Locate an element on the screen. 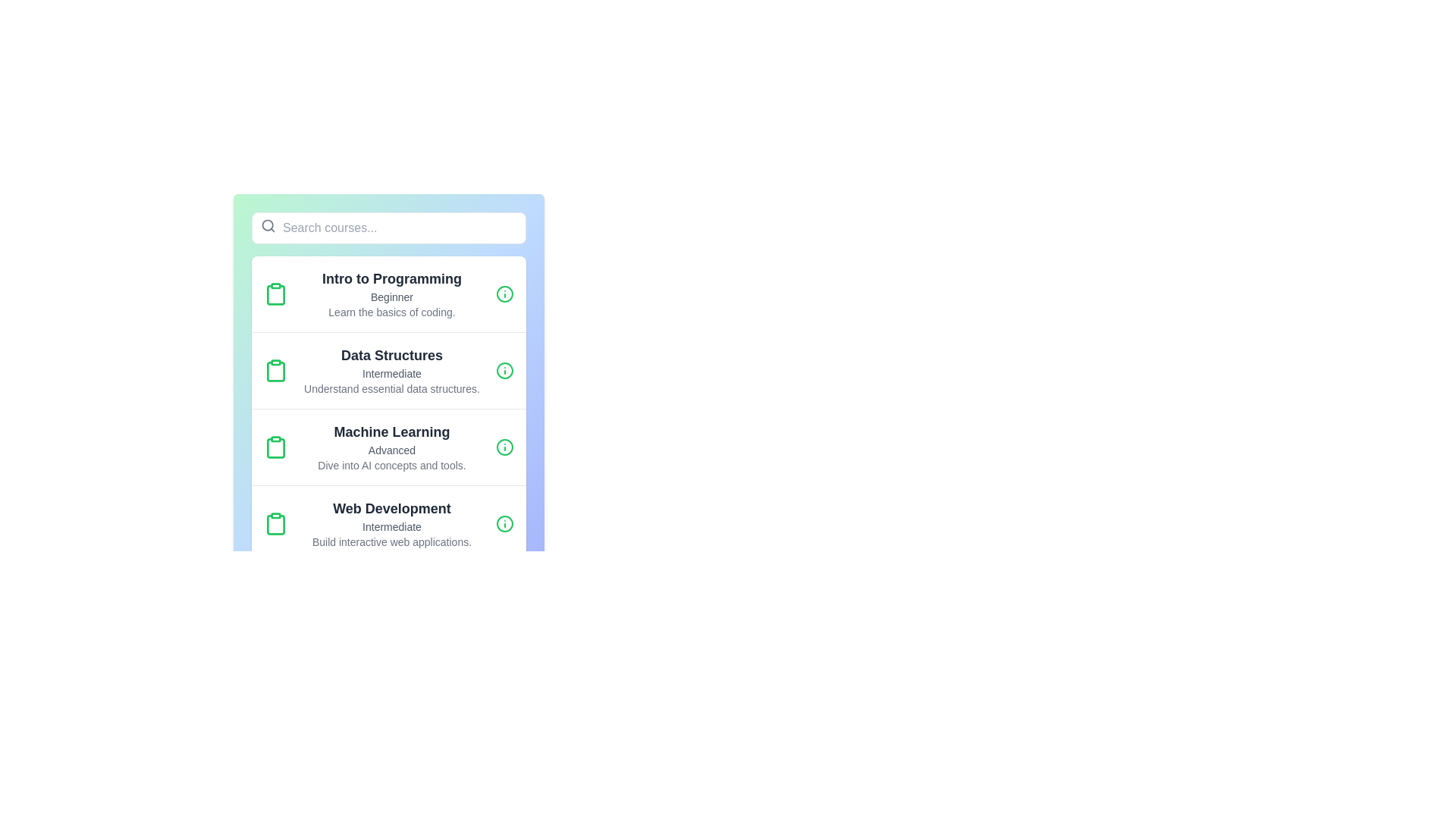 Image resolution: width=1456 pixels, height=819 pixels. the 'Machine Learning' icon, which is represented by a clipboard symbol and is located at the top-left side of the entry in the list is located at coordinates (276, 447).